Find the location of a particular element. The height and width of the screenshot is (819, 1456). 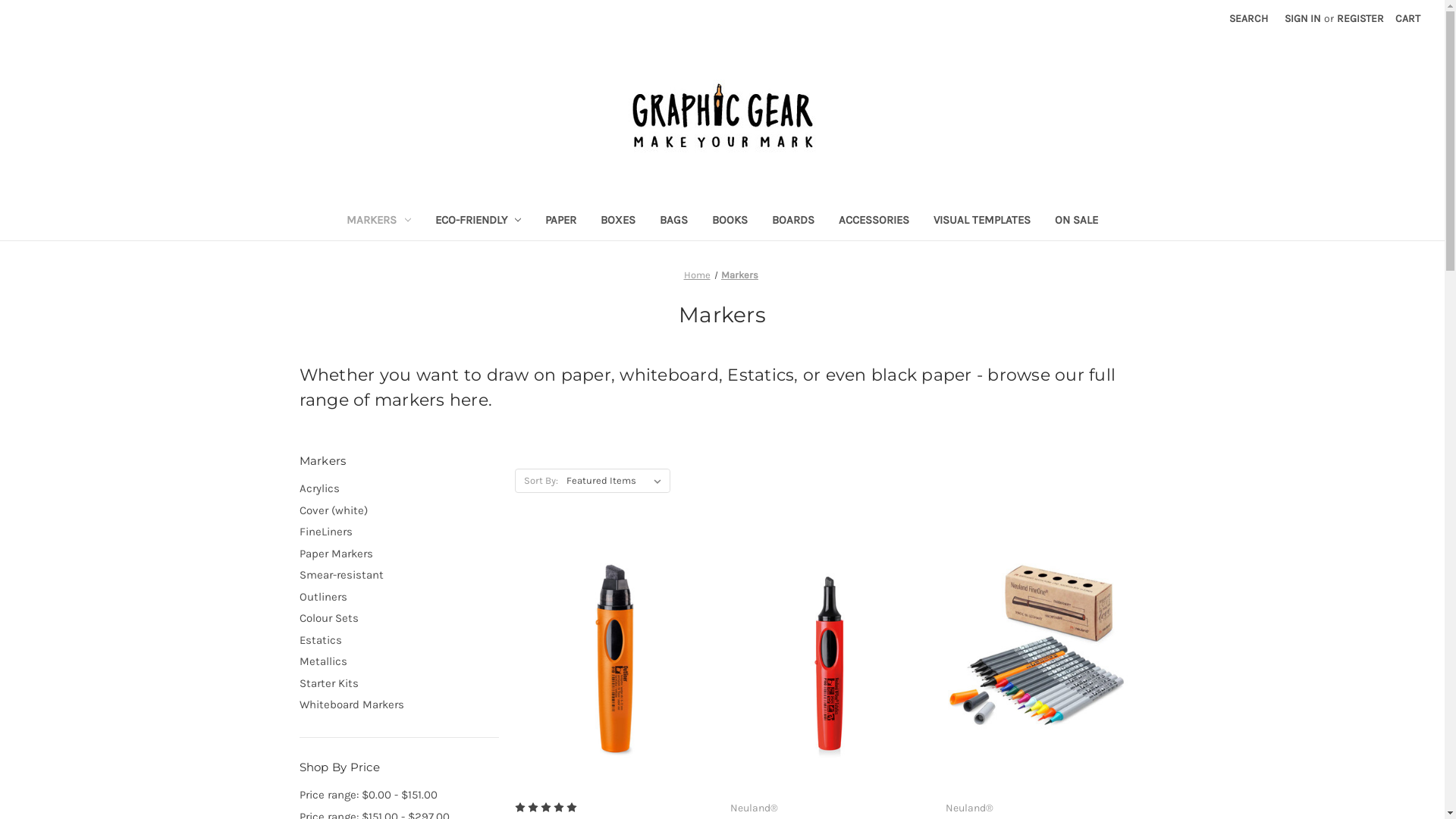

'Price range: $0.00 - $151.00' is located at coordinates (398, 794).